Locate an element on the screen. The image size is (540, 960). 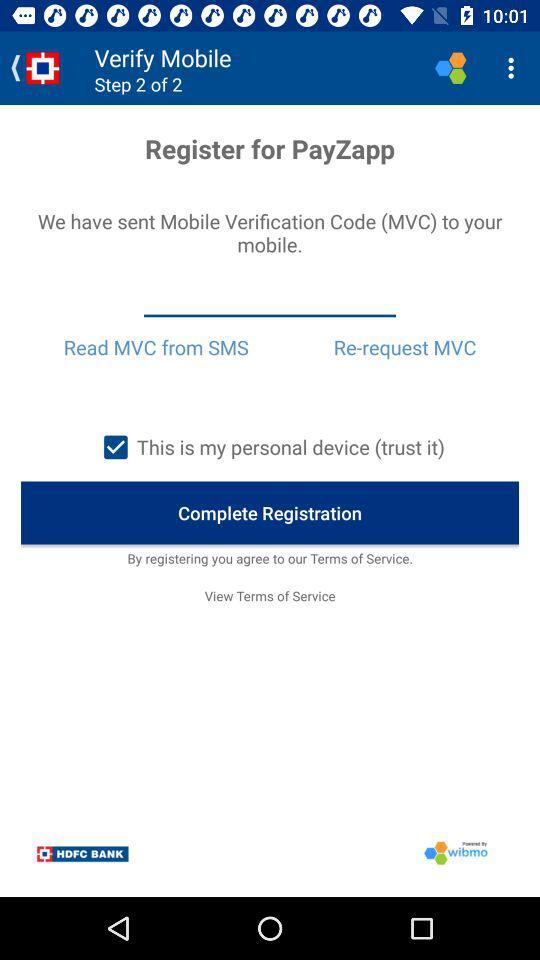
complete registration is located at coordinates (270, 512).